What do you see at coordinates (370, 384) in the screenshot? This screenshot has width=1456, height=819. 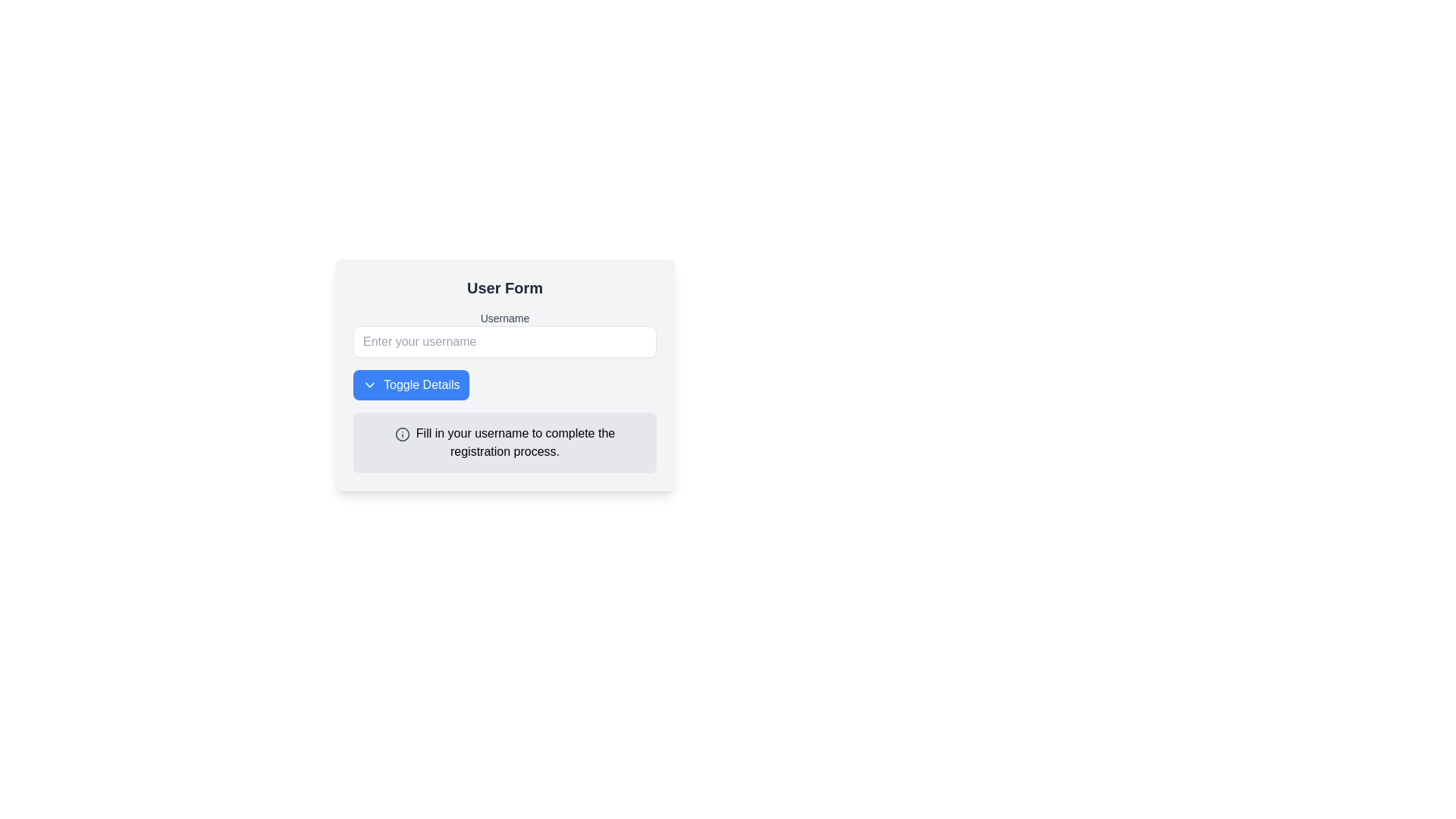 I see `the small chevron arrow icon outlined in white on a blue background, located to the left of the 'Toggle Details' text` at bounding box center [370, 384].